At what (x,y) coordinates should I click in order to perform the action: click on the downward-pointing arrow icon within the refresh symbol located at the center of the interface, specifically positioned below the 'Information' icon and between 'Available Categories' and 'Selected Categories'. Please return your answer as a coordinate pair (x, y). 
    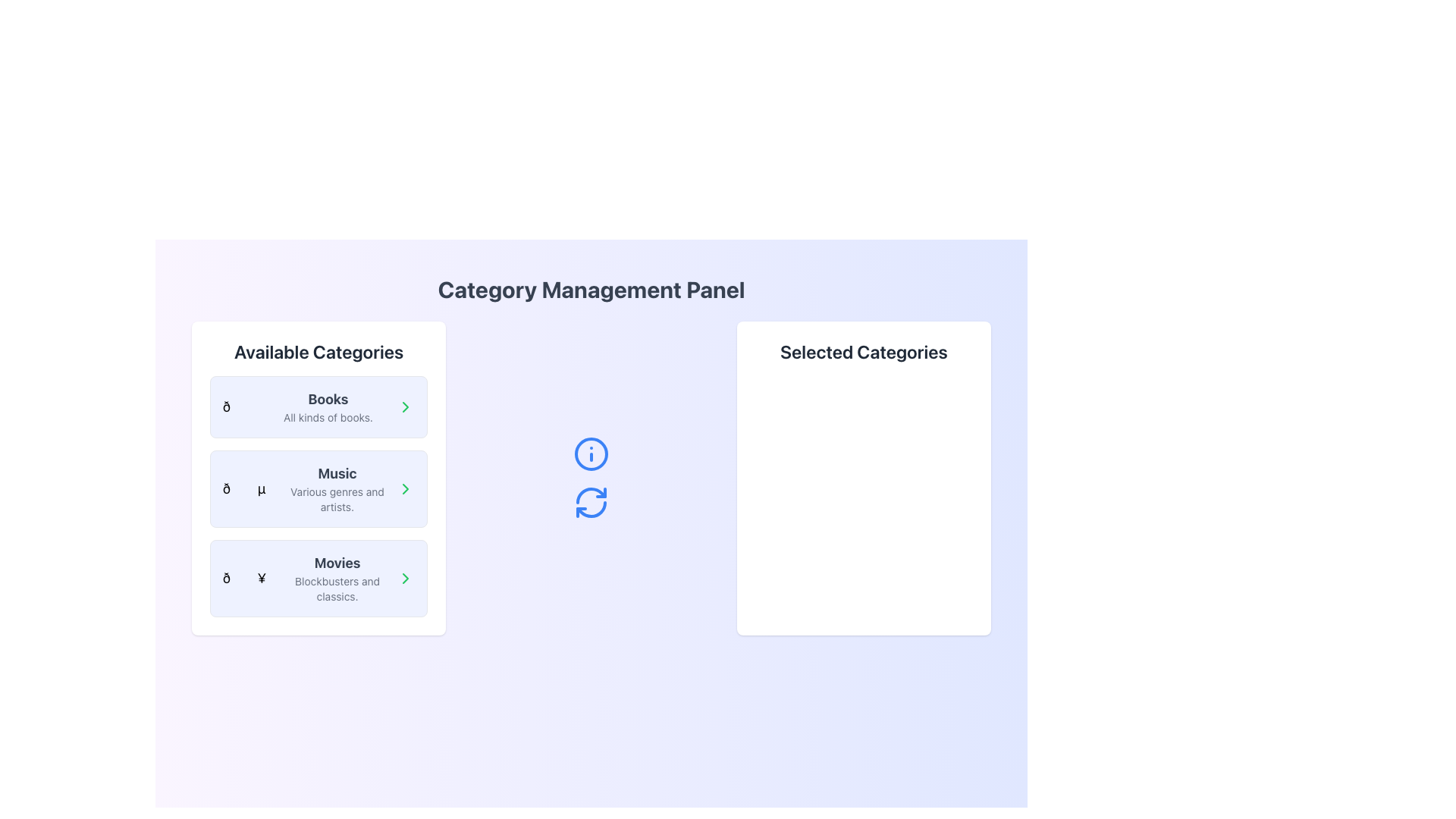
    Looking at the image, I should click on (600, 493).